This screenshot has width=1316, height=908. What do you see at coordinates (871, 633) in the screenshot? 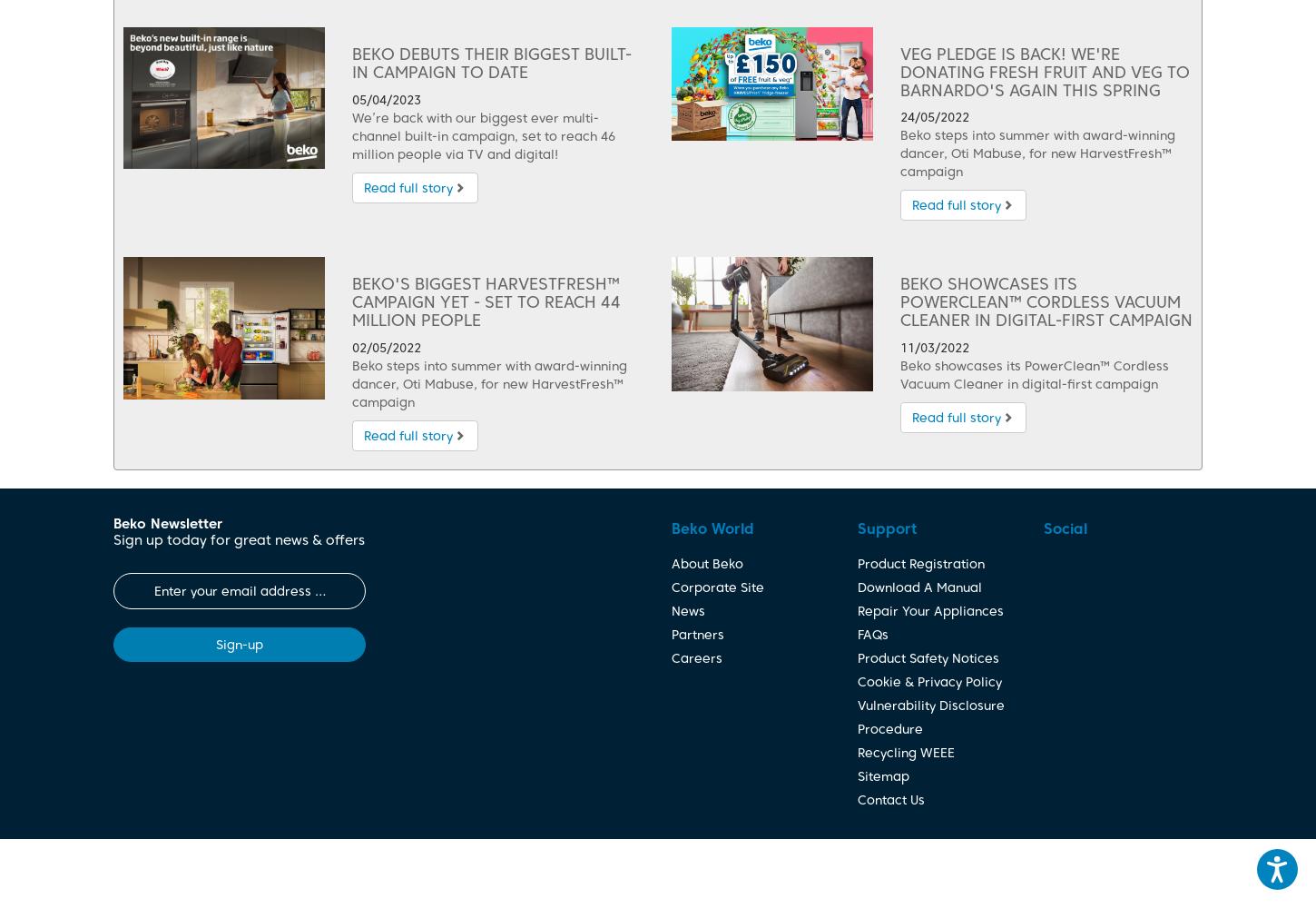
I see `'FAQs'` at bounding box center [871, 633].